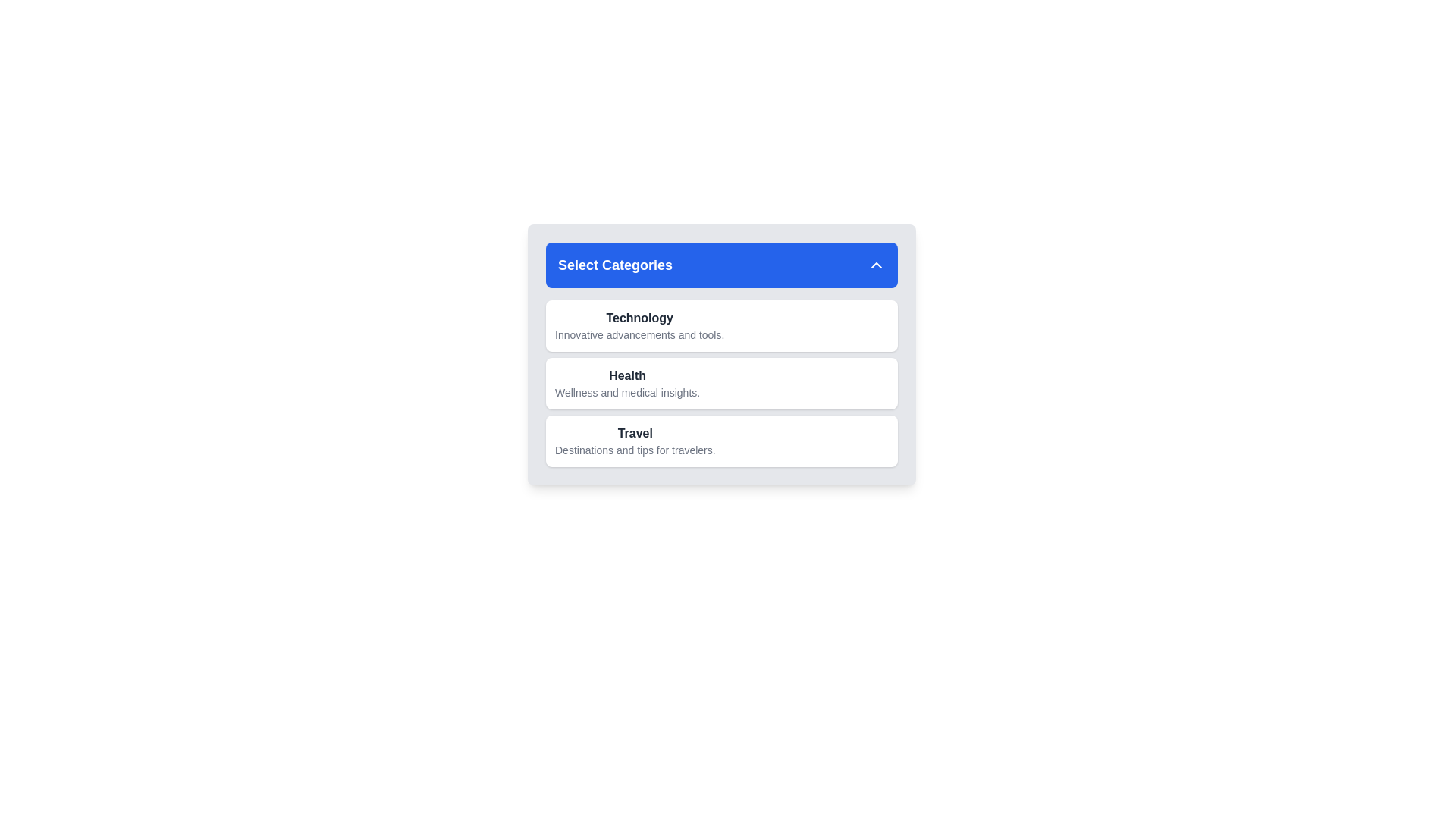  What do you see at coordinates (627, 375) in the screenshot?
I see `the 'Health' category title, which is the second item in a vertical list of categories, positioned between 'Technology' and 'Travel.'` at bounding box center [627, 375].